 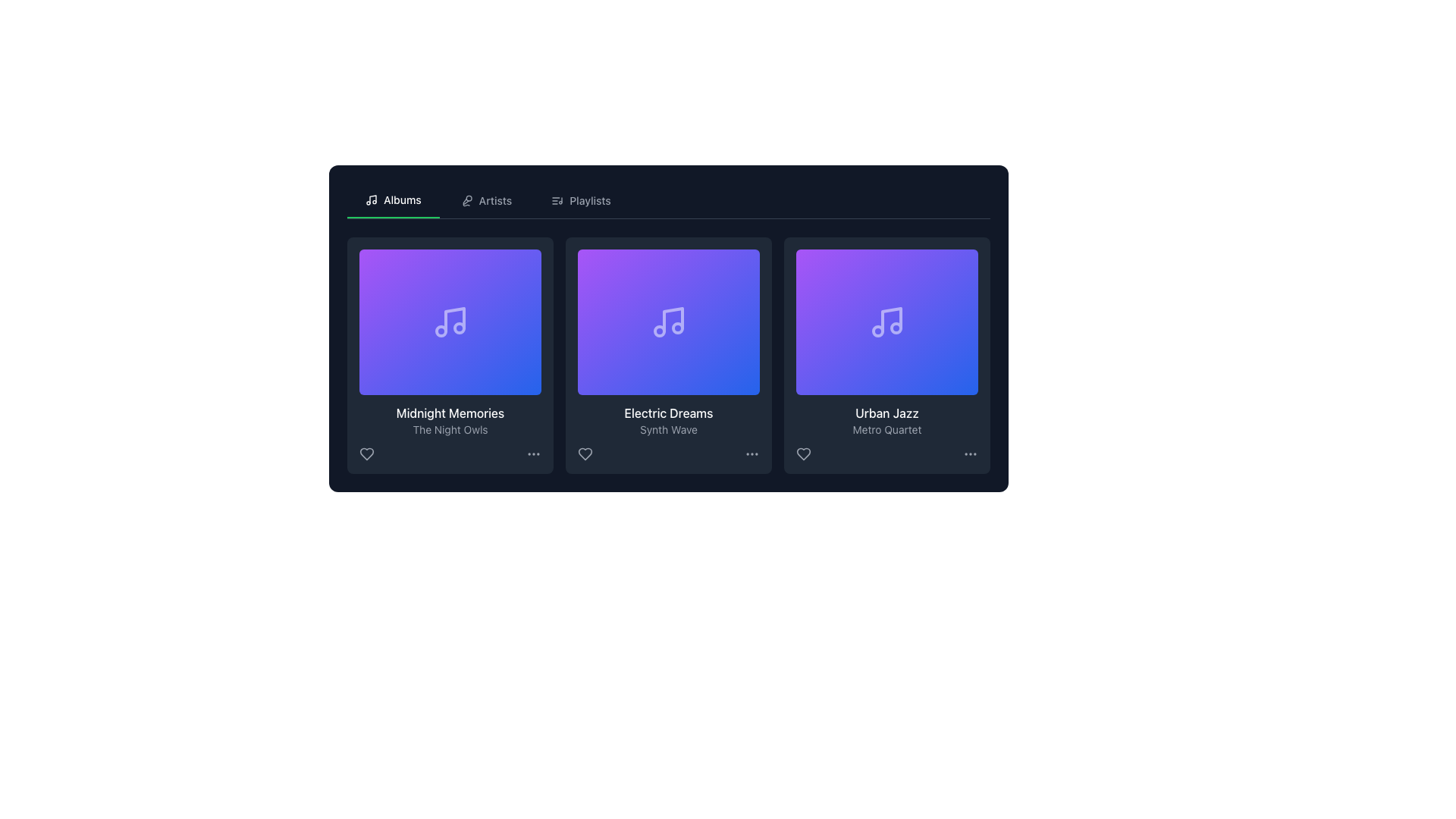 I want to click on title and subtitle from the Text label located at the bottom section of the central card in the row of three cards in the 'Albums' tab, so click(x=668, y=421).